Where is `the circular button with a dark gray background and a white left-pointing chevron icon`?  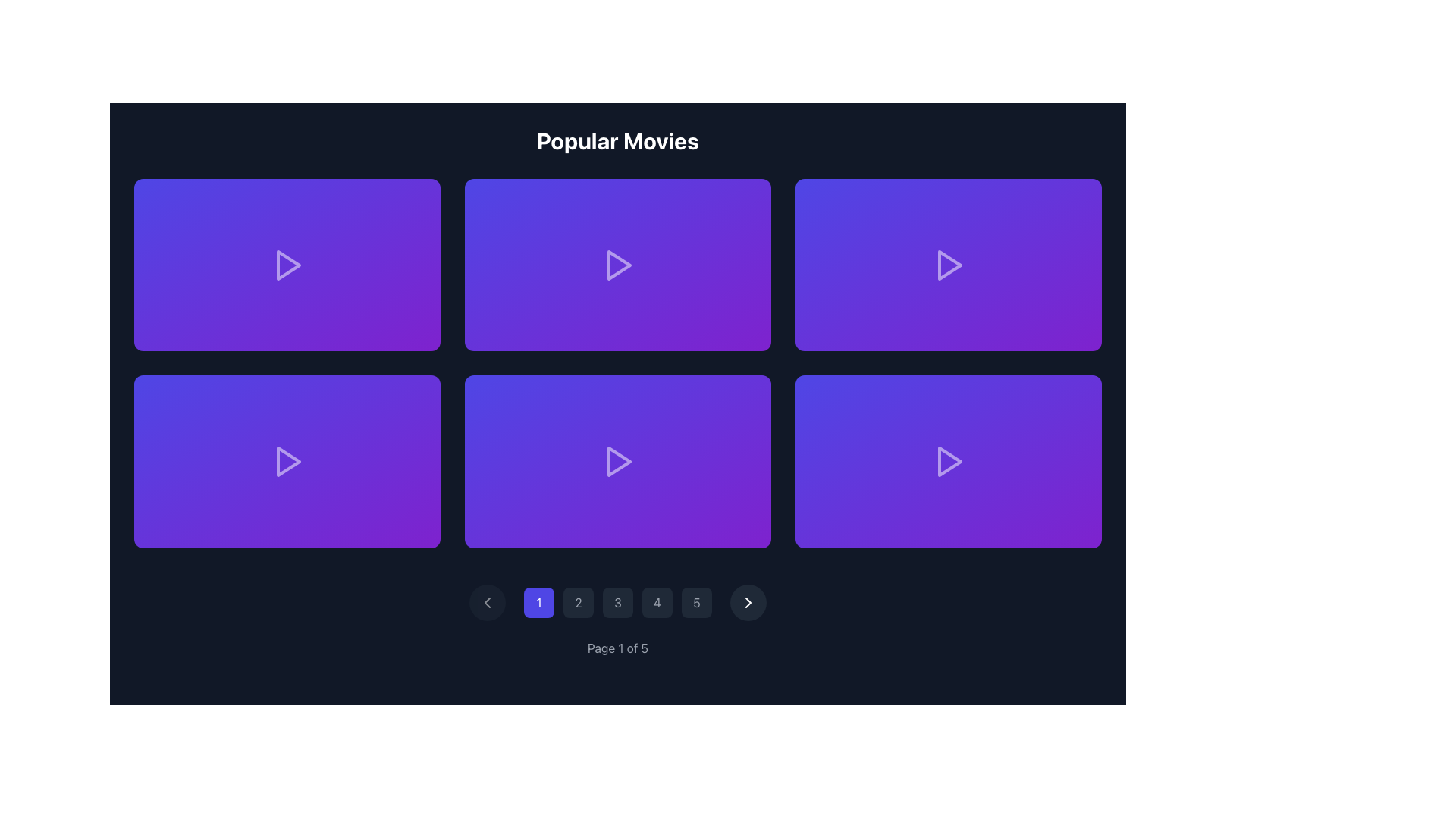 the circular button with a dark gray background and a white left-pointing chevron icon is located at coordinates (488, 601).